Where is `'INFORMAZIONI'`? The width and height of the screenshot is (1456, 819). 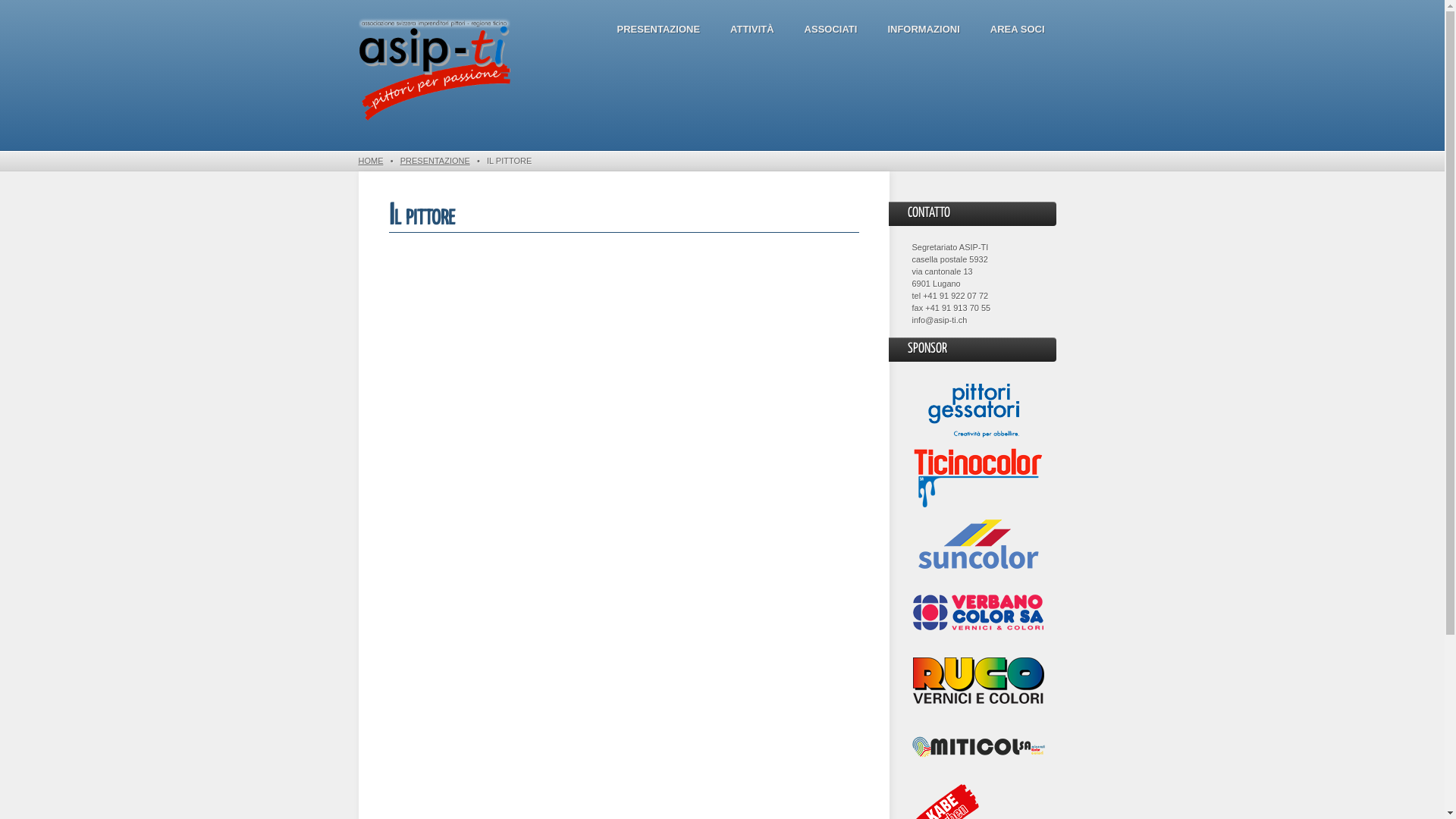 'INFORMAZIONI' is located at coordinates (922, 29).